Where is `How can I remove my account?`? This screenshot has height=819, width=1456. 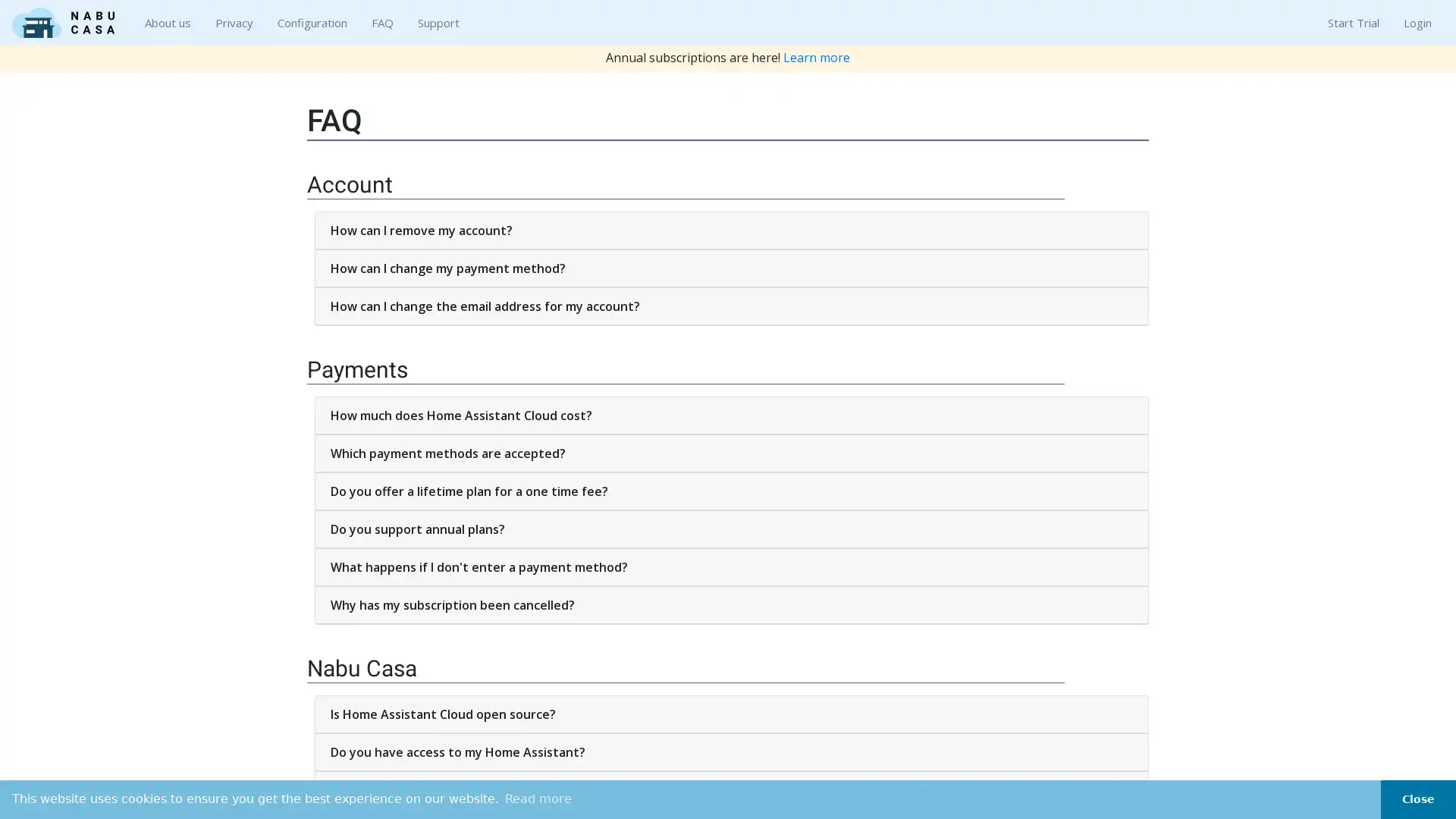
How can I remove my account? is located at coordinates (731, 231).